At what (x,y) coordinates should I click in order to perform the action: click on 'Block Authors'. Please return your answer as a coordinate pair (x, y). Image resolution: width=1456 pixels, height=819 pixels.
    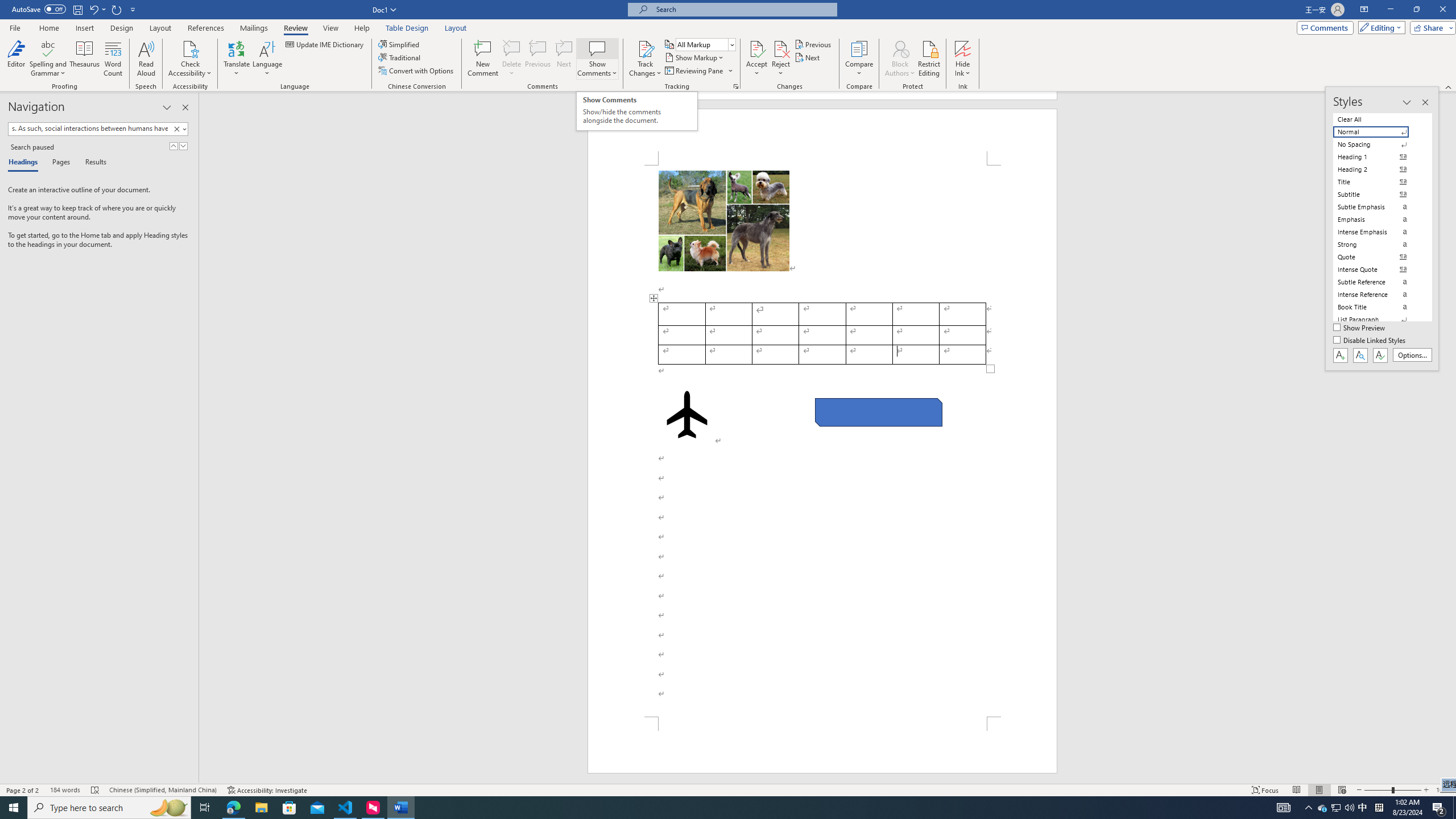
    Looking at the image, I should click on (900, 48).